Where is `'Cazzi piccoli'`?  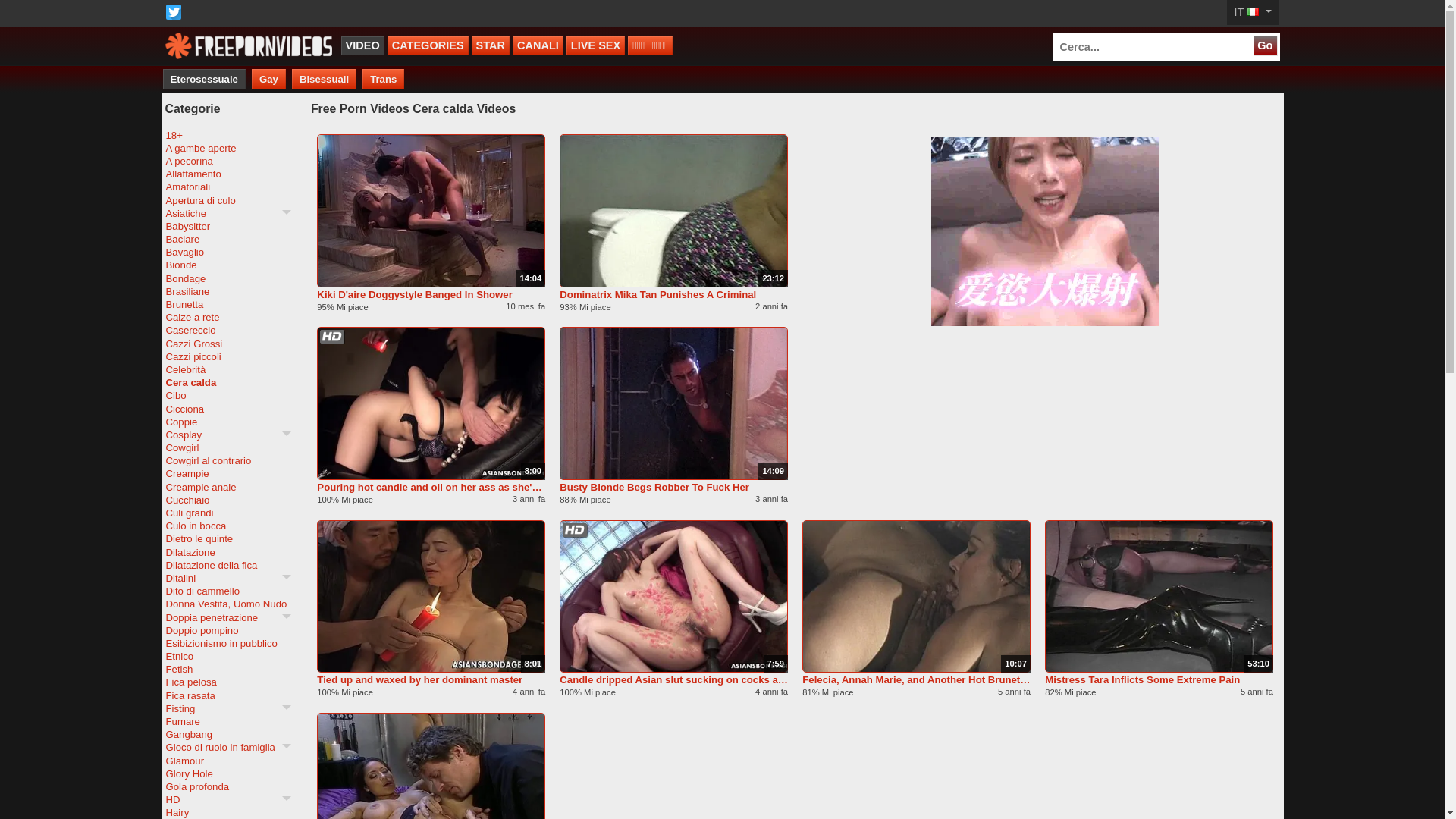
'Cazzi piccoli' is located at coordinates (227, 356).